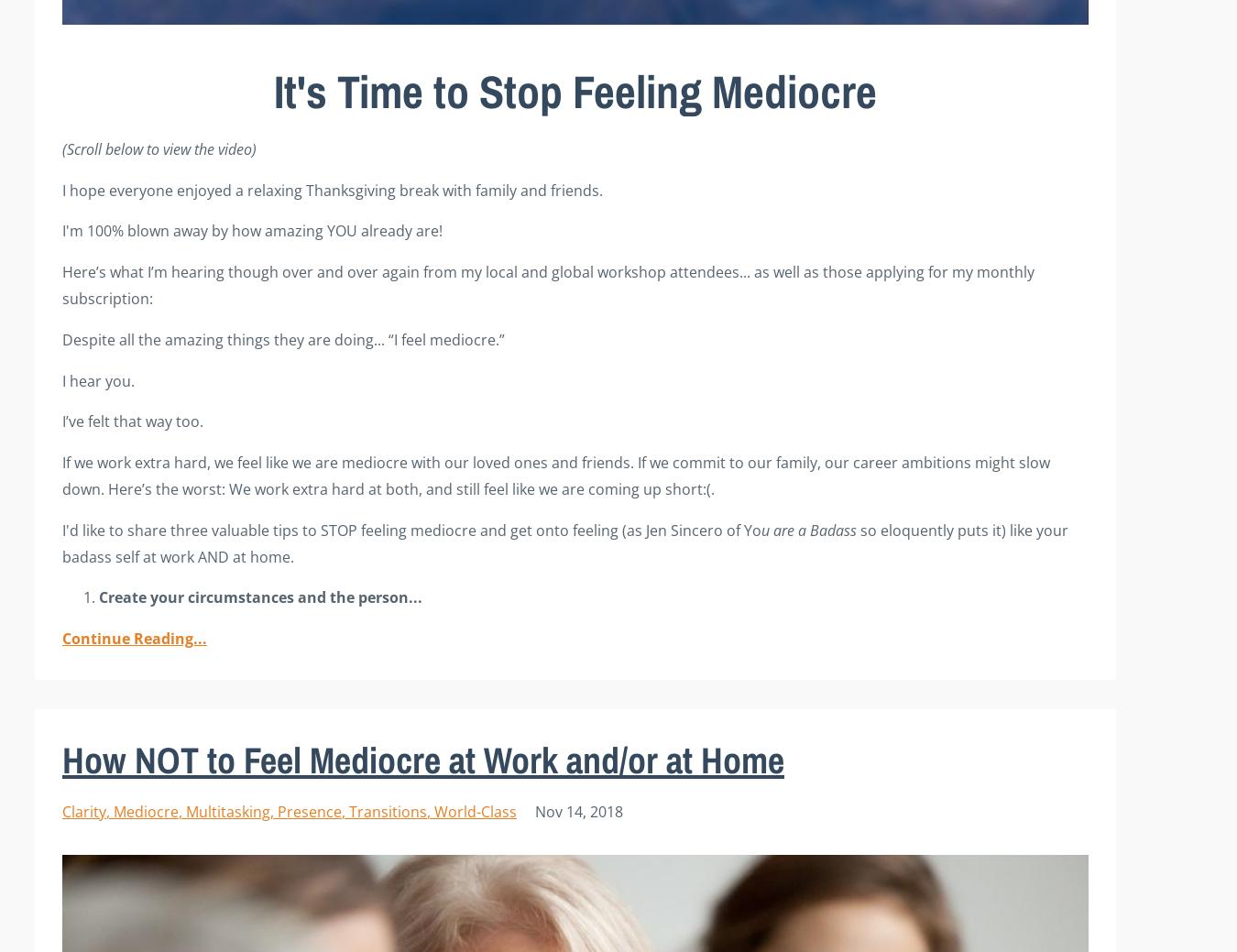 The height and width of the screenshot is (952, 1237). What do you see at coordinates (811, 529) in the screenshot?
I see `'u are a Badass'` at bounding box center [811, 529].